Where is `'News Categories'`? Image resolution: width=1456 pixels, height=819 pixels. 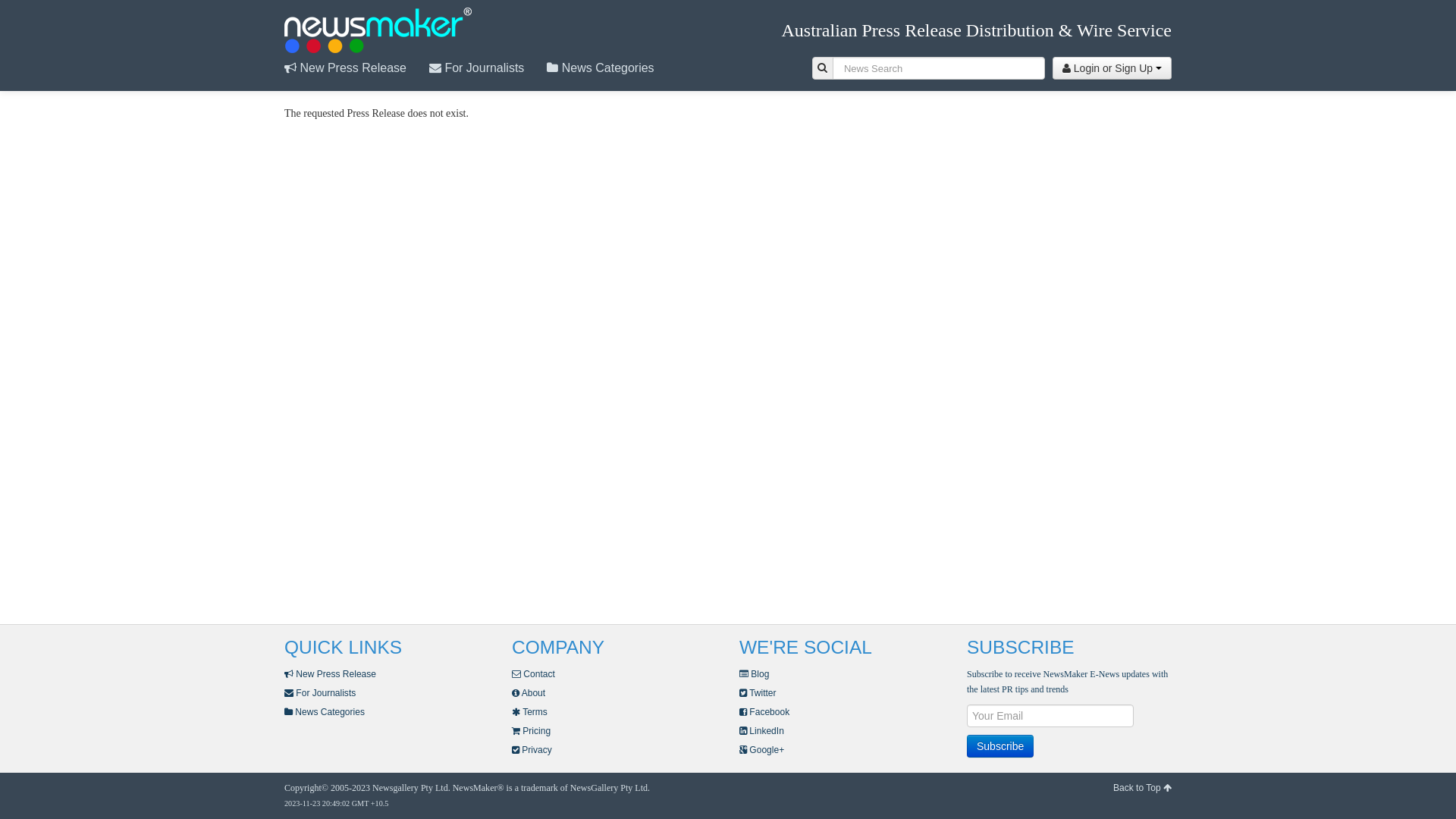
'News Categories' is located at coordinates (323, 711).